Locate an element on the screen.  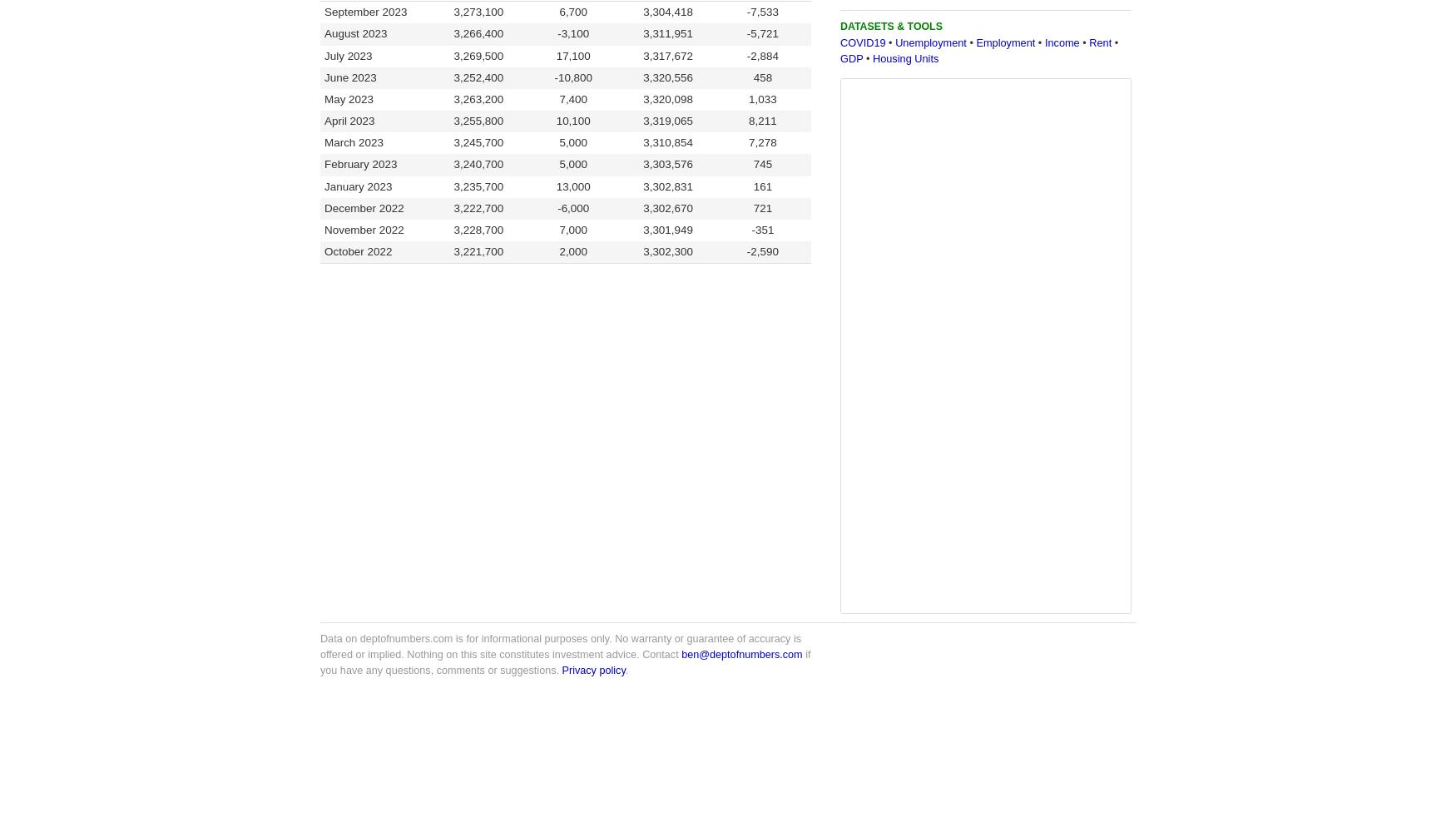
'December 2022' is located at coordinates (324, 206).